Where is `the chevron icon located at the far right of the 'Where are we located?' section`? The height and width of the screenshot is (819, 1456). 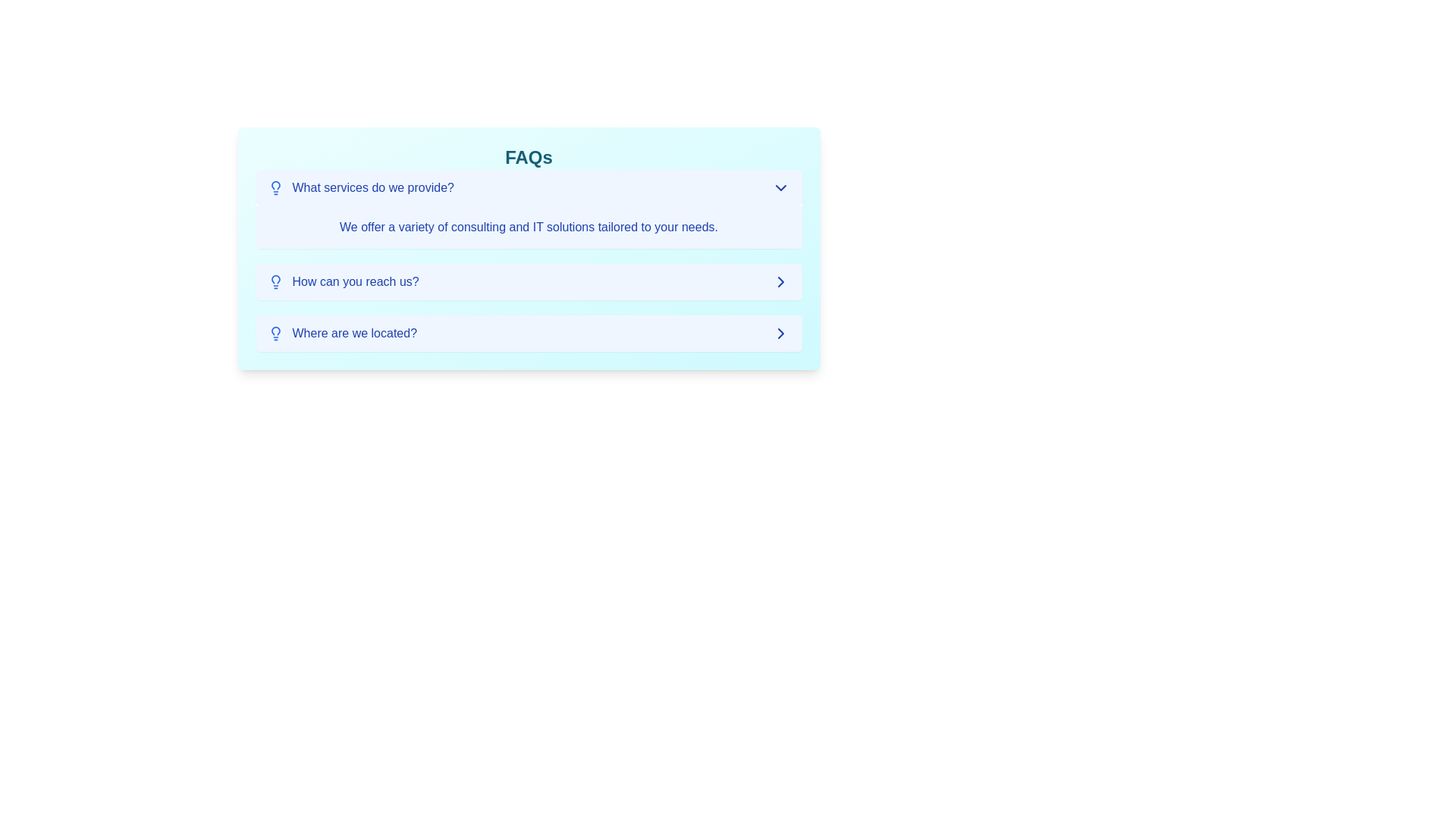
the chevron icon located at the far right of the 'Where are we located?' section is located at coordinates (780, 332).